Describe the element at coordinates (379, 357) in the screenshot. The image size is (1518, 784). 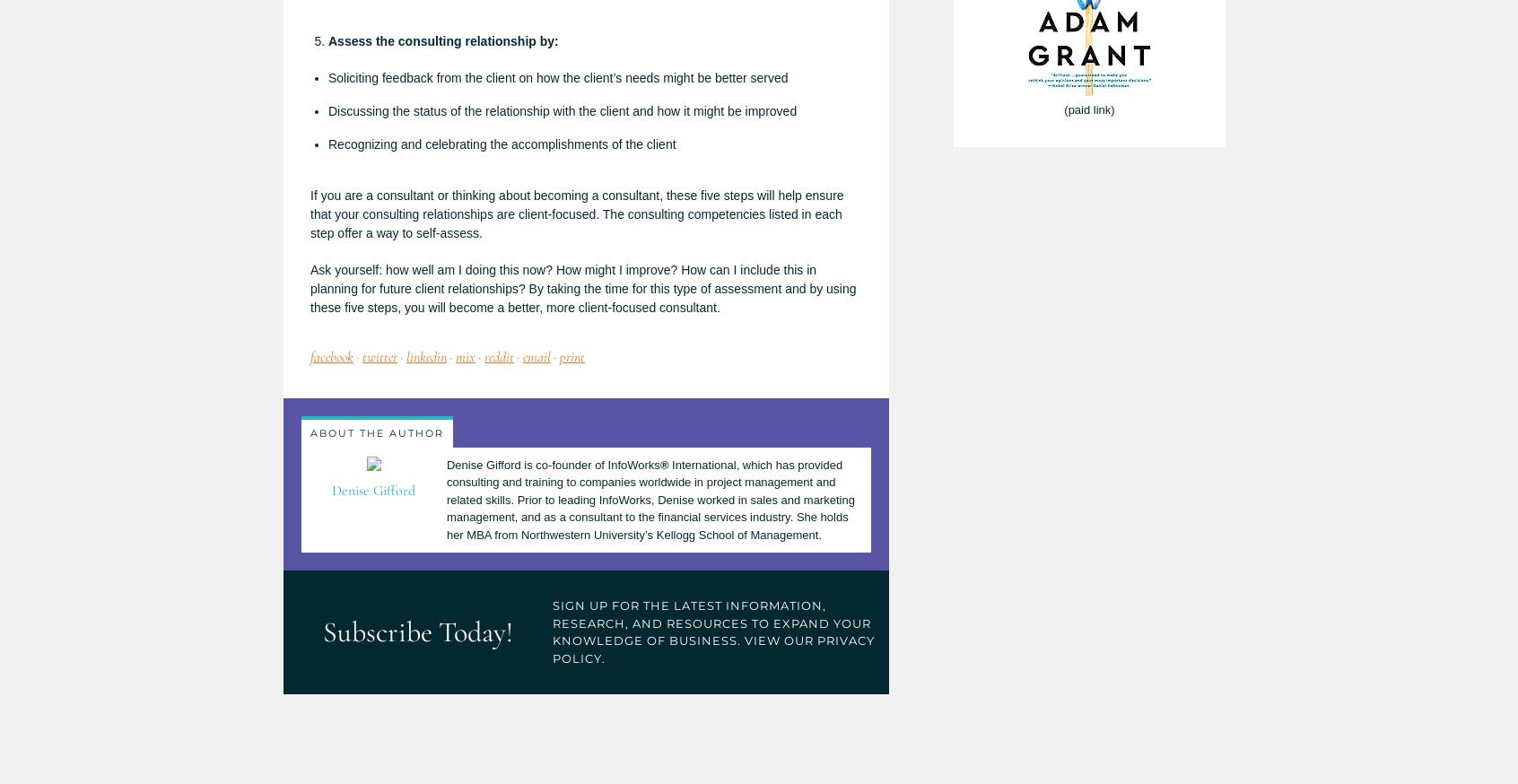
I see `'twitter'` at that location.